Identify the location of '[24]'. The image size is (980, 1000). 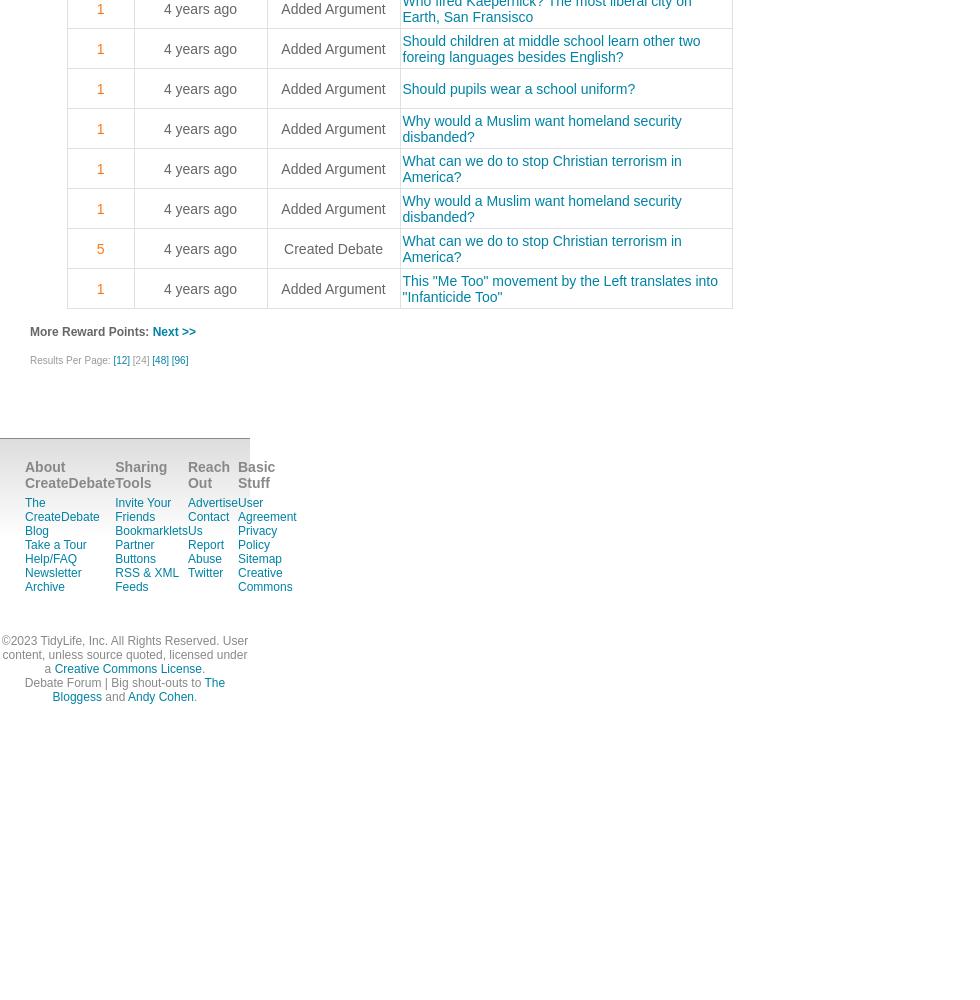
(141, 359).